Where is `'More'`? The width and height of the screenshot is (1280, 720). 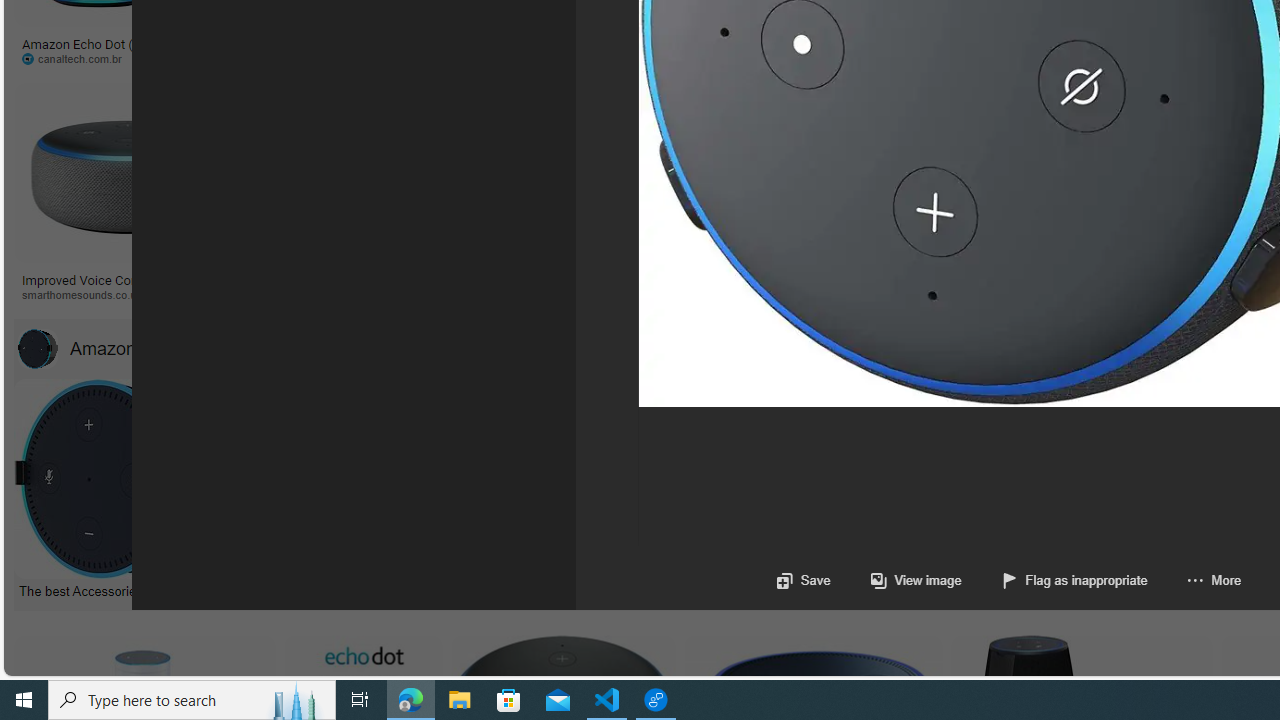
'More' is located at coordinates (1194, 580).